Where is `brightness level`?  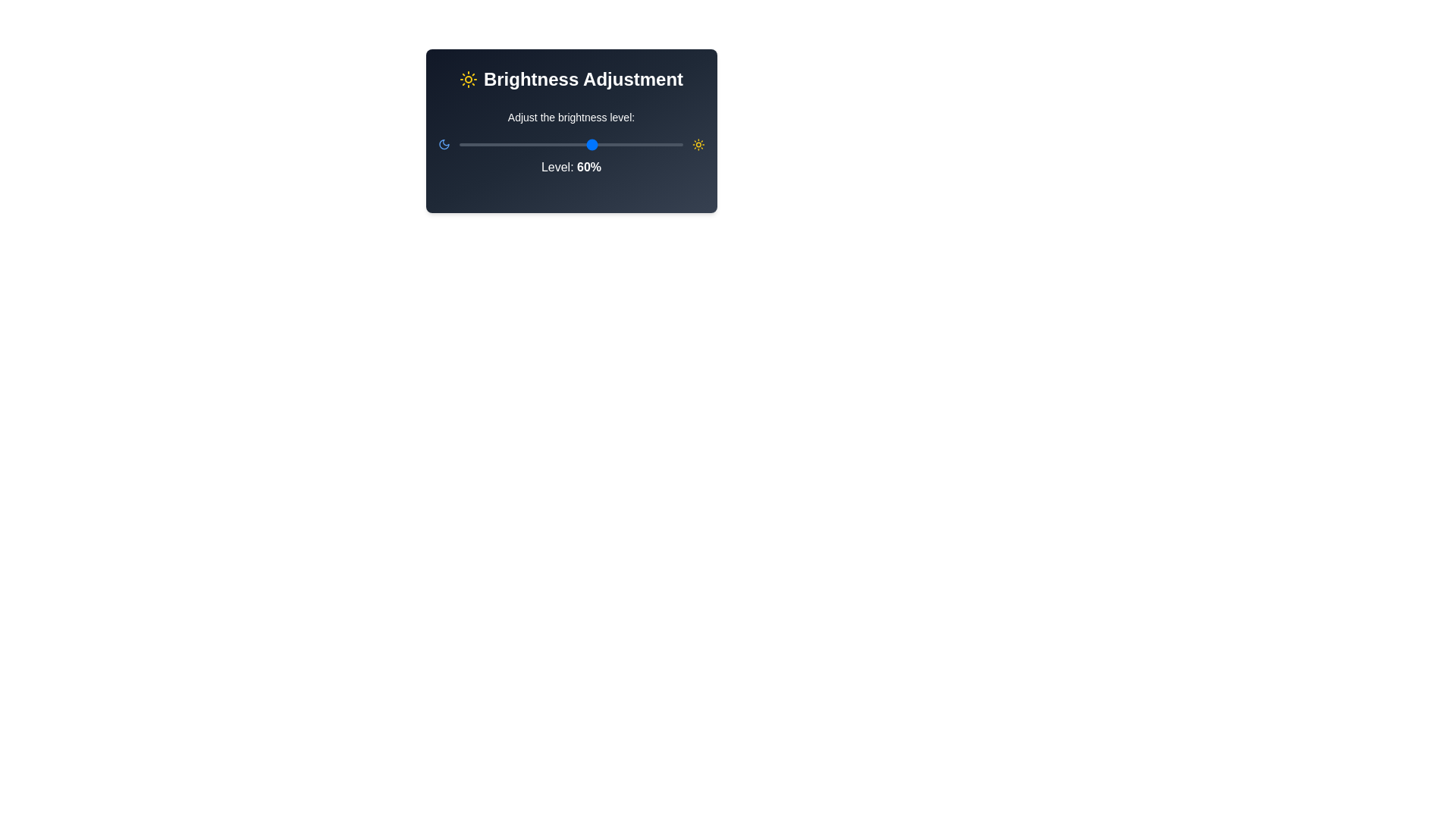 brightness level is located at coordinates (510, 145).